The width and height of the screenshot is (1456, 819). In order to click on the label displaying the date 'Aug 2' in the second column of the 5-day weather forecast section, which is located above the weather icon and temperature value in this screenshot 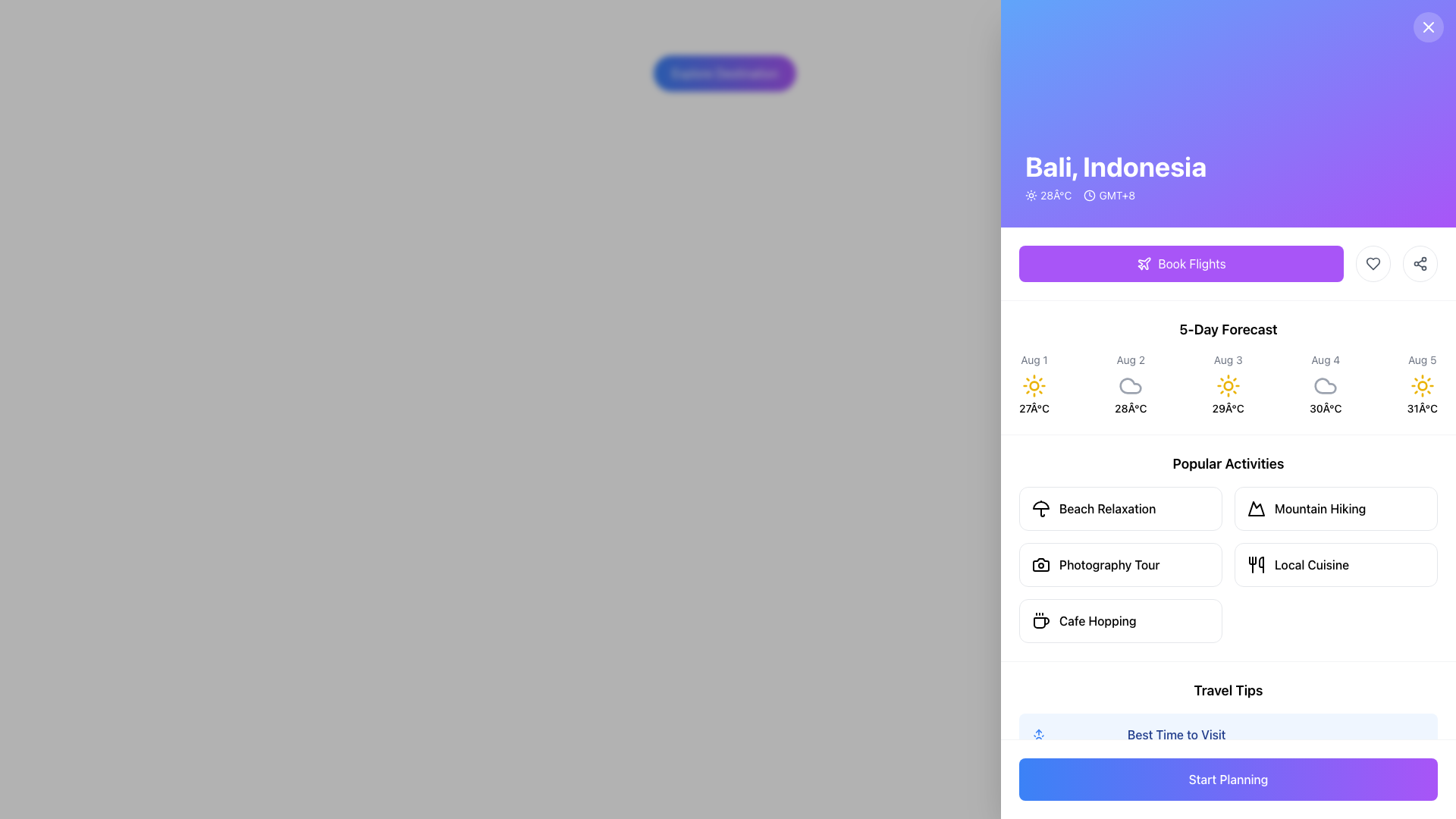, I will do `click(1131, 359)`.